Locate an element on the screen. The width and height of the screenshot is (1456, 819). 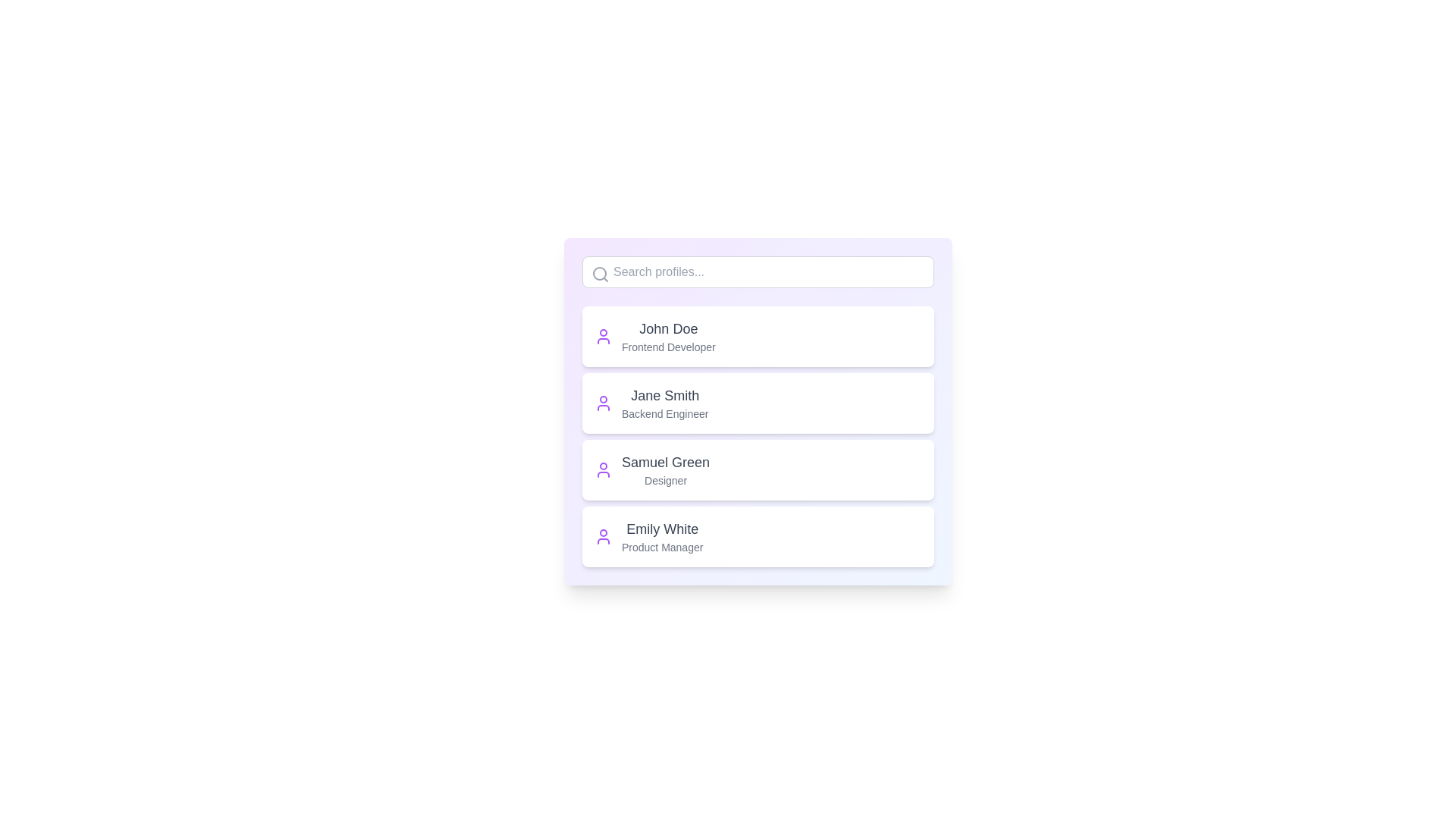
the list item displaying the name 'Samuel Green' is located at coordinates (758, 469).